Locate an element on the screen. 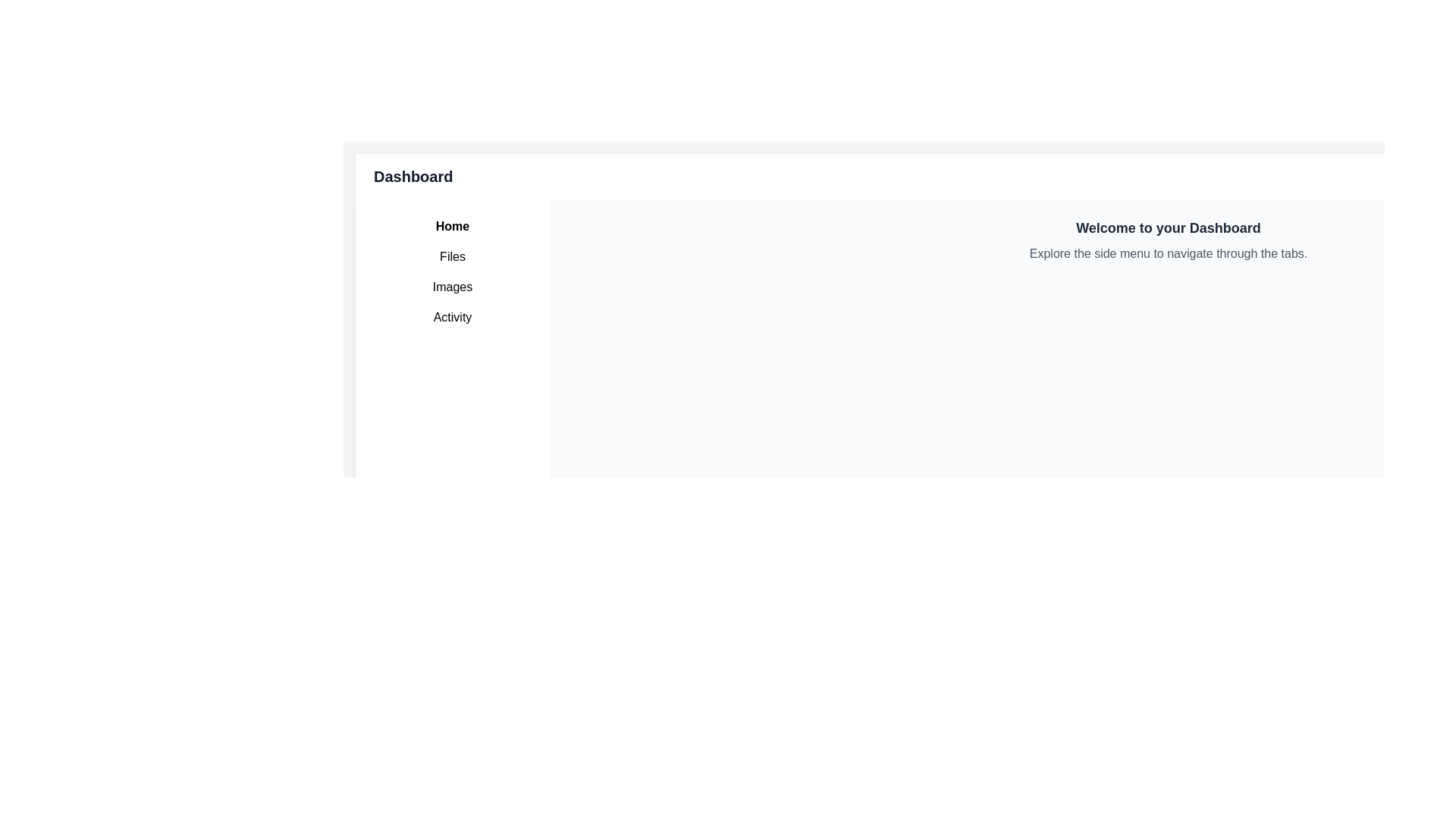 The image size is (1456, 819). the text label that serves as a title or heading, located in the leftmost section of the top bar is located at coordinates (413, 175).